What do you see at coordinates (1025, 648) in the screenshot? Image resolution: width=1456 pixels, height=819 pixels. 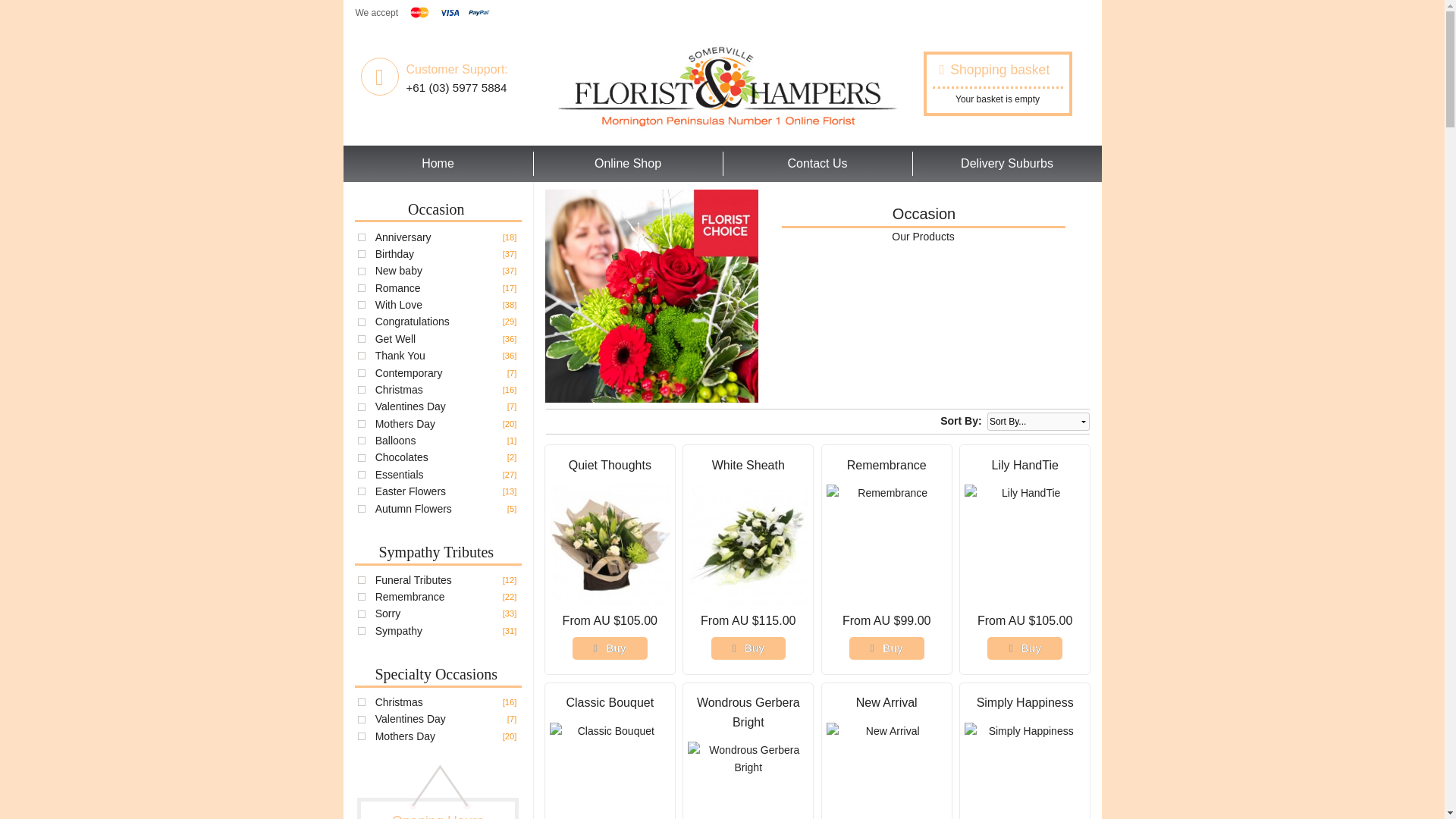 I see `'  Buy'` at bounding box center [1025, 648].